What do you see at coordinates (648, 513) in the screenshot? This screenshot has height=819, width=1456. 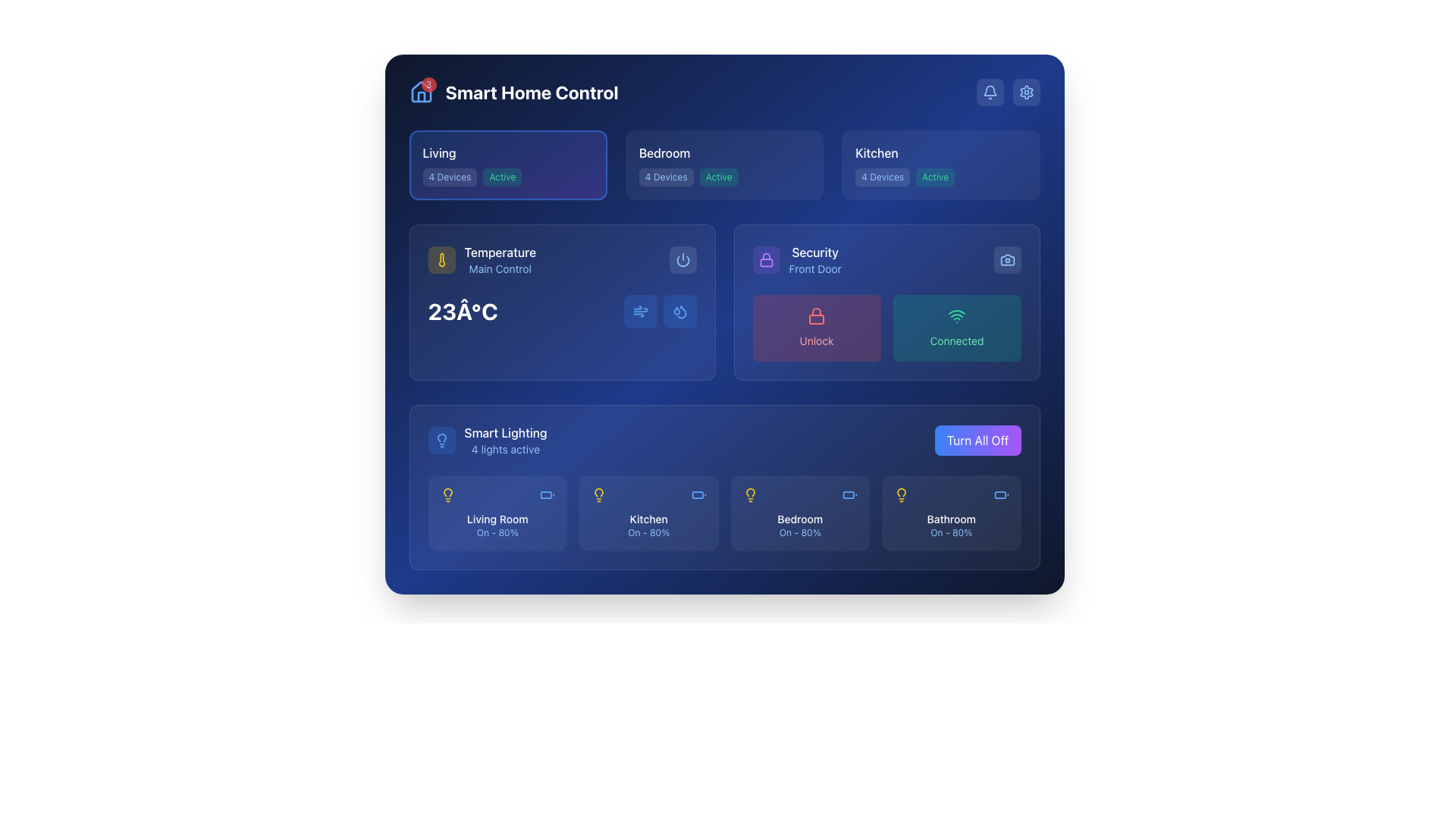 I see `the interactive card component displaying information about 'Kitchen', which features a light bulb icon on the left and a battery icon on the right, located in the lower section of the interface within the 'Smart Lighting' area, specifically the second card from the left` at bounding box center [648, 513].